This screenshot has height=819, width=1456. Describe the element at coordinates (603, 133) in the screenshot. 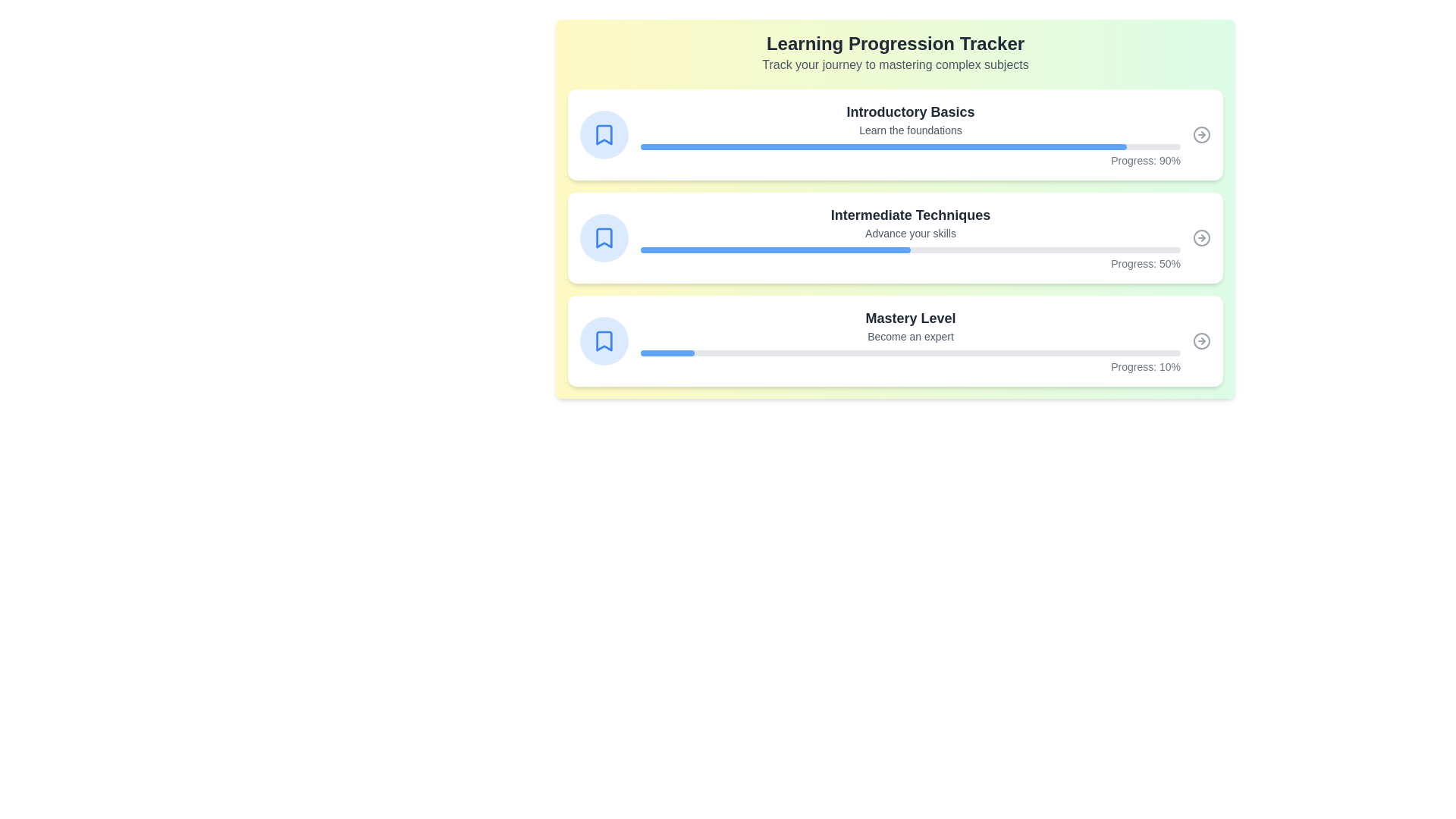

I see `the circular blue IconButton with a bookmark icon located to the far left of the 'Introductory Basics' progress bar` at that location.